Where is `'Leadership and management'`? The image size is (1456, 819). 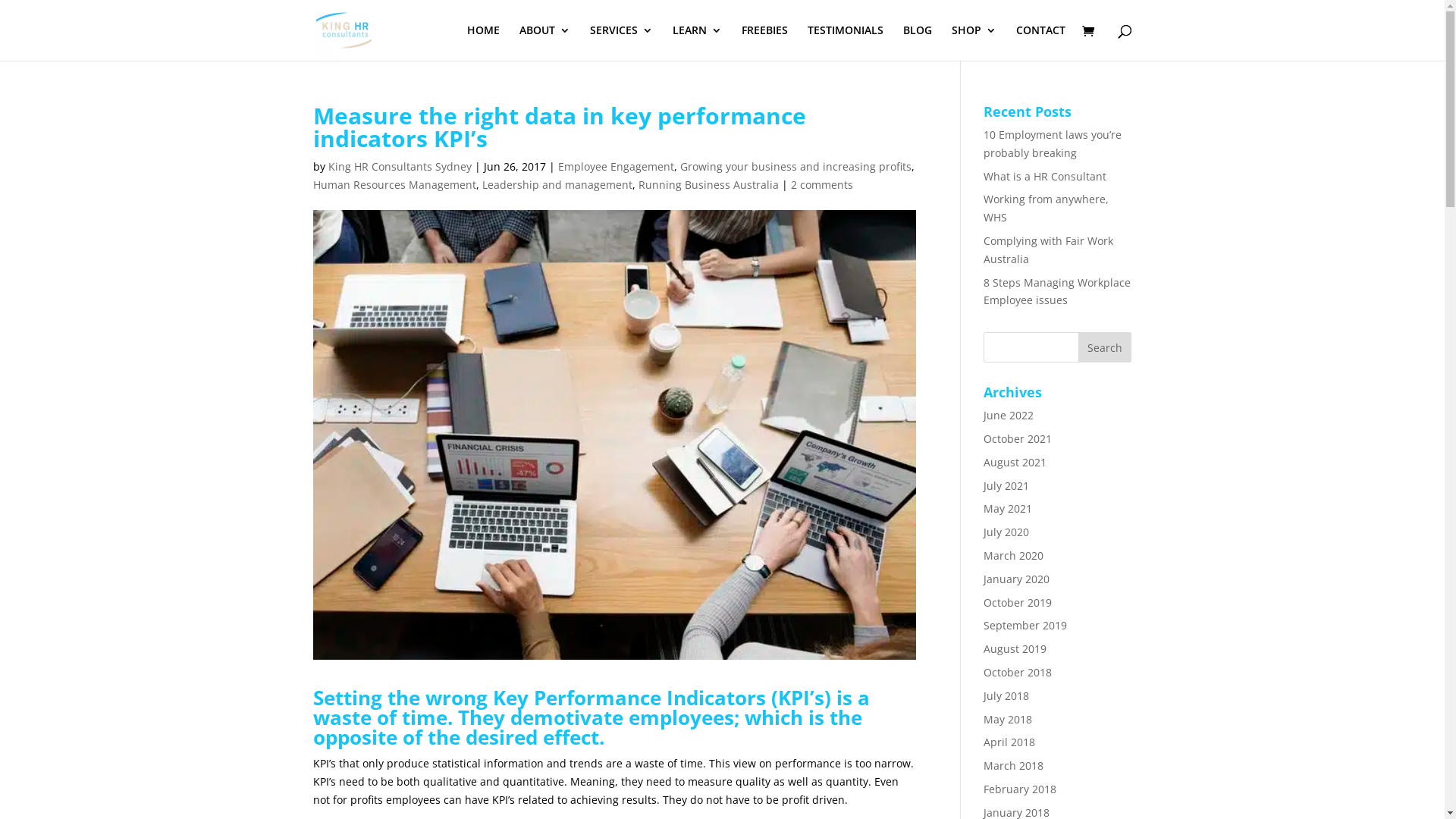
'Leadership and management' is located at coordinates (556, 184).